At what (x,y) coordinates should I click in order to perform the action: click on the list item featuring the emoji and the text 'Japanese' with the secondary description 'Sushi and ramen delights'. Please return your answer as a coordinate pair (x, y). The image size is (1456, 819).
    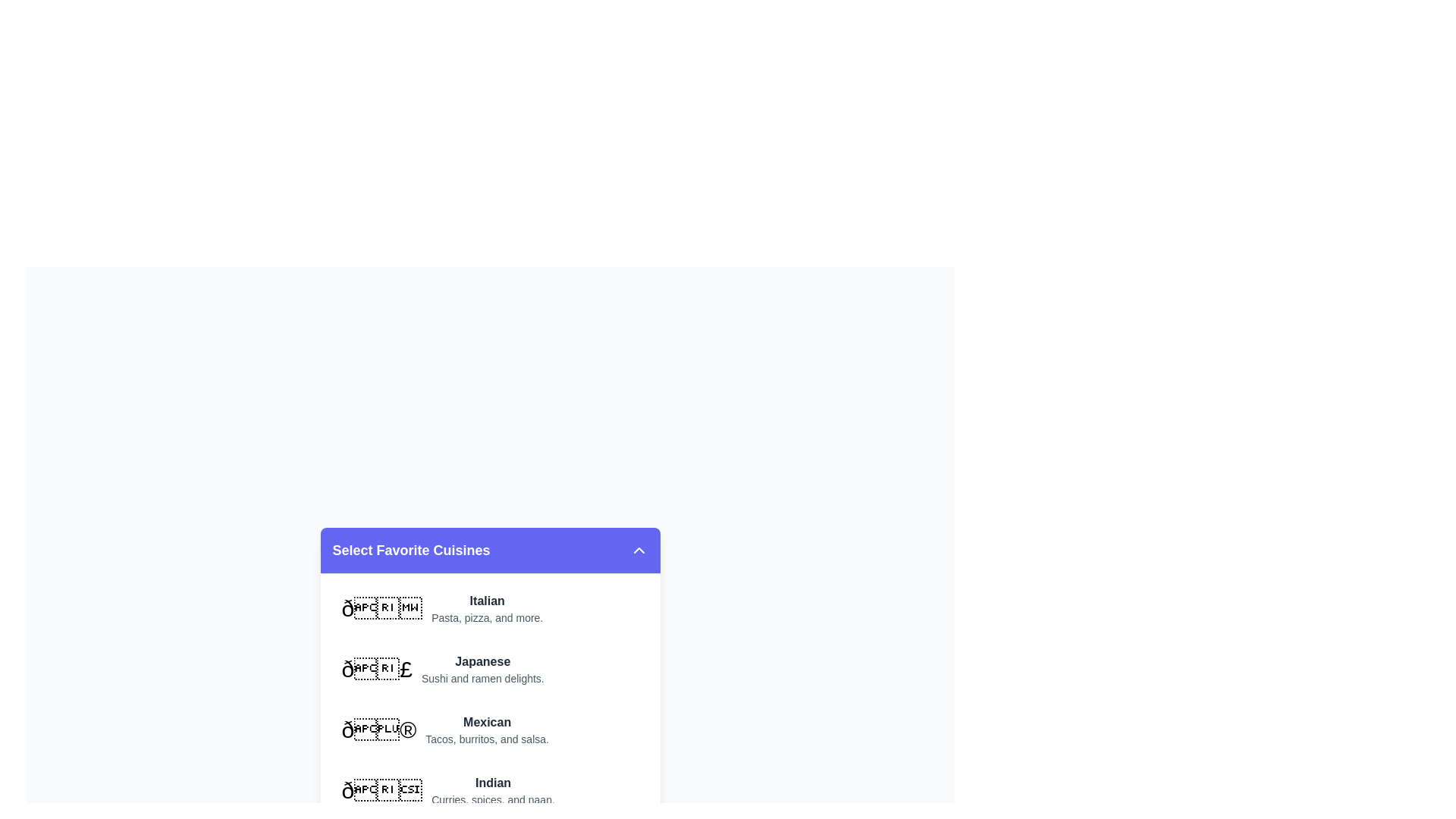
    Looking at the image, I should click on (442, 668).